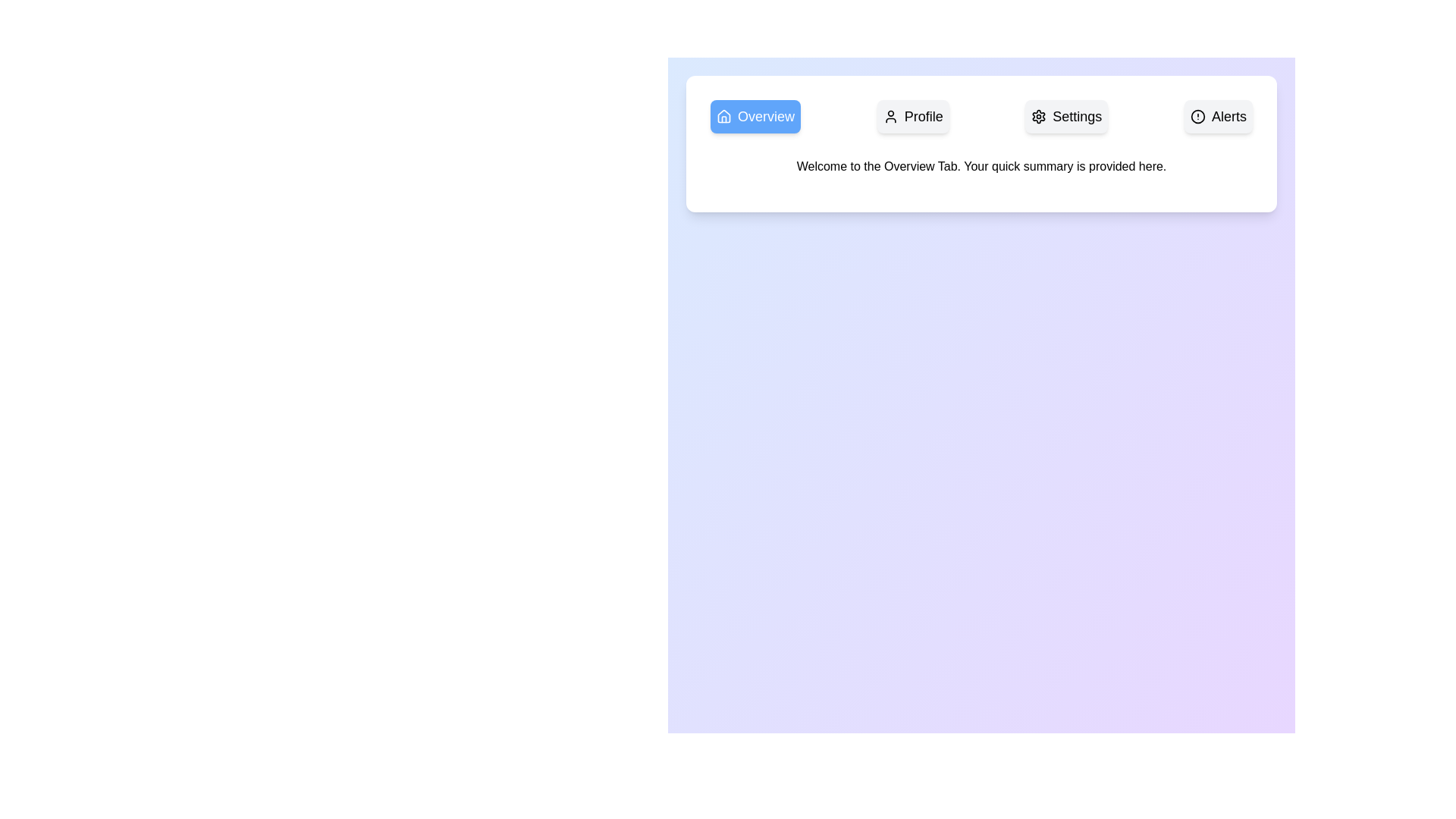 The image size is (1456, 819). I want to click on the button in the navigation bar that allows users, so click(1065, 116).